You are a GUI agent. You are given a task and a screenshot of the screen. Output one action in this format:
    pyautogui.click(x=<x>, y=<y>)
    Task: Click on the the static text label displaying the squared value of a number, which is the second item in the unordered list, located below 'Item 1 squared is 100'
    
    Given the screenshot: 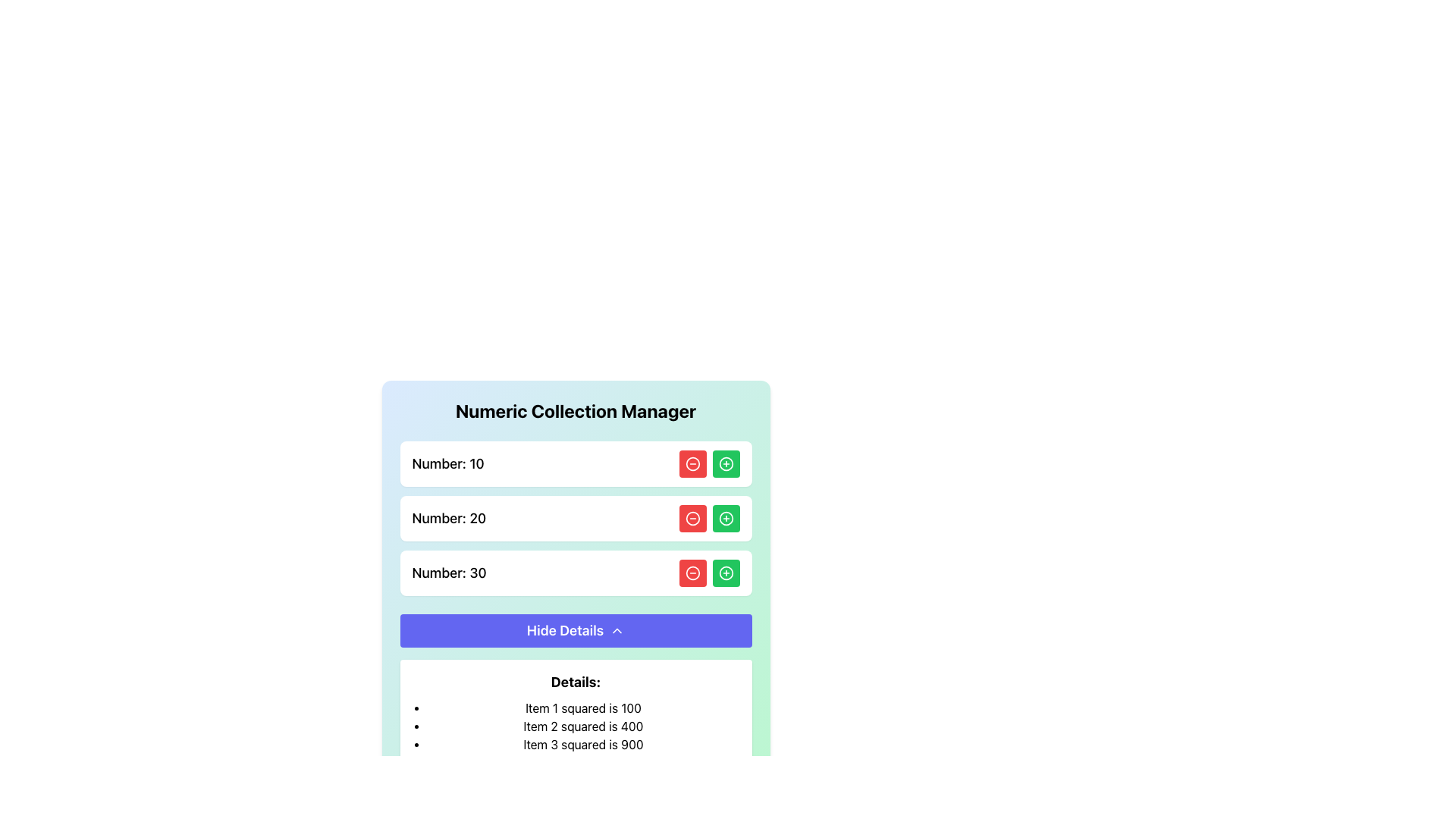 What is the action you would take?
    pyautogui.click(x=582, y=725)
    